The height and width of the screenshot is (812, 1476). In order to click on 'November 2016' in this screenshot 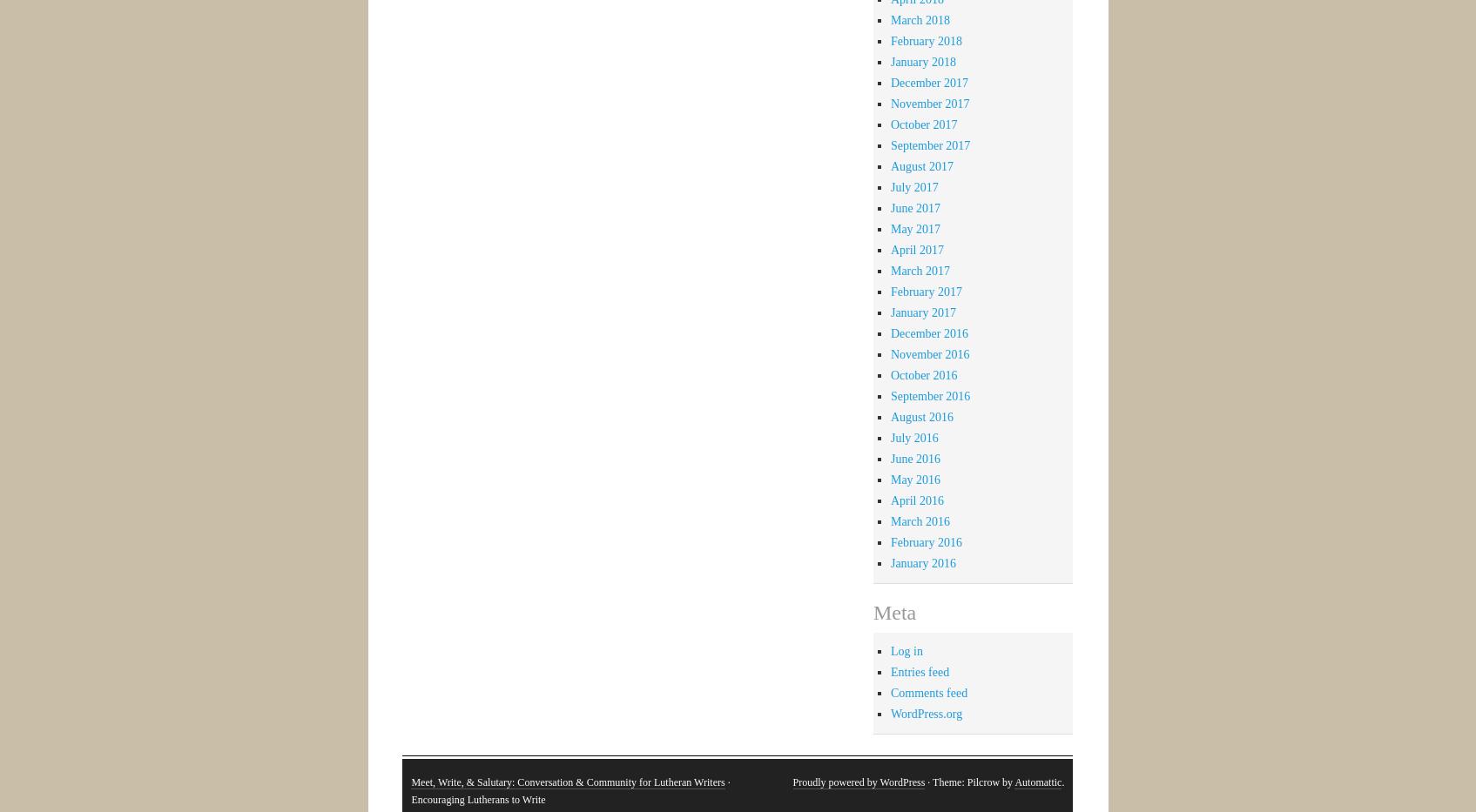, I will do `click(929, 353)`.